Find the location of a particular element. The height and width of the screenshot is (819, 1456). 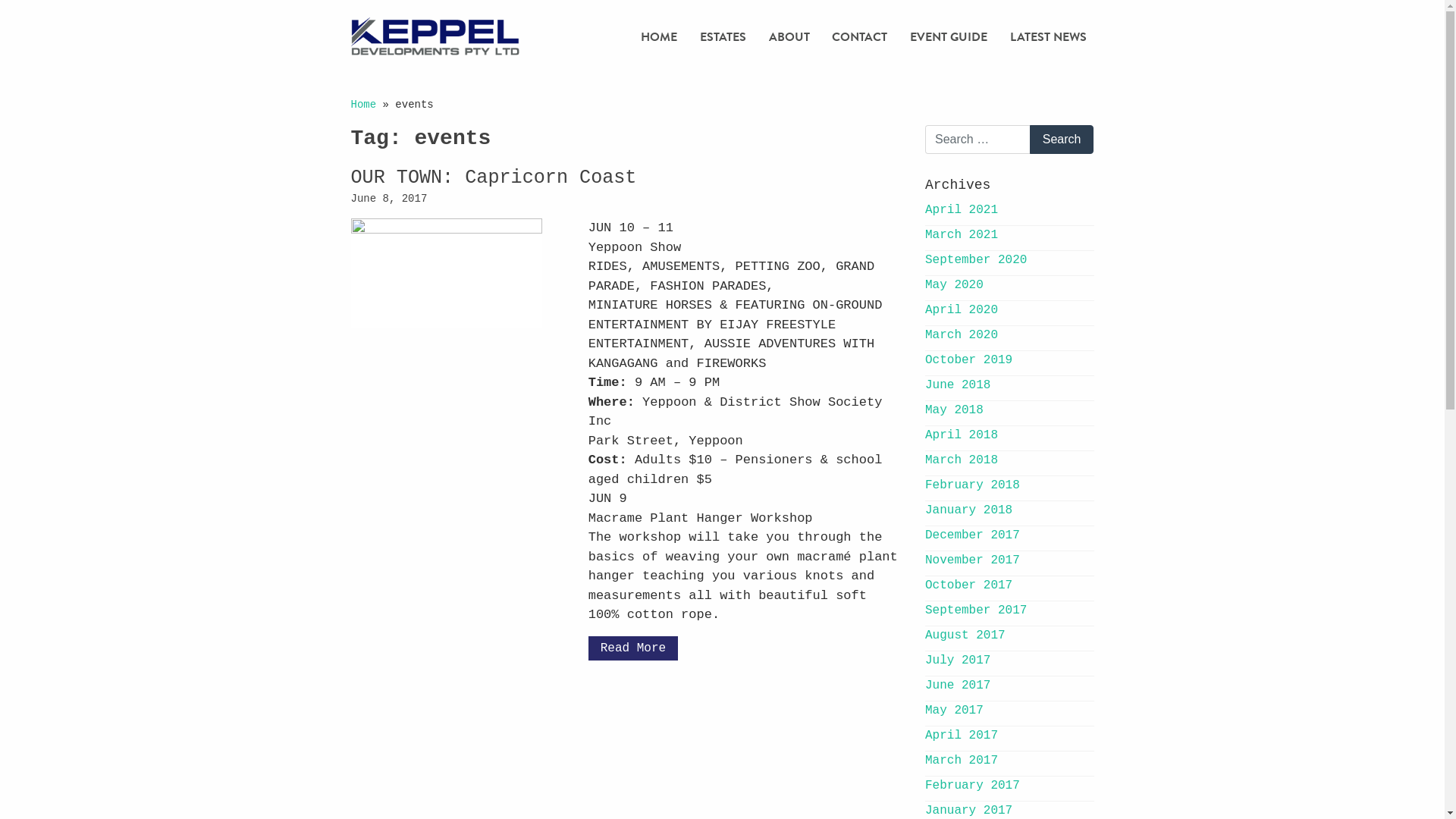

'EVENT GUIDE' is located at coordinates (948, 36).